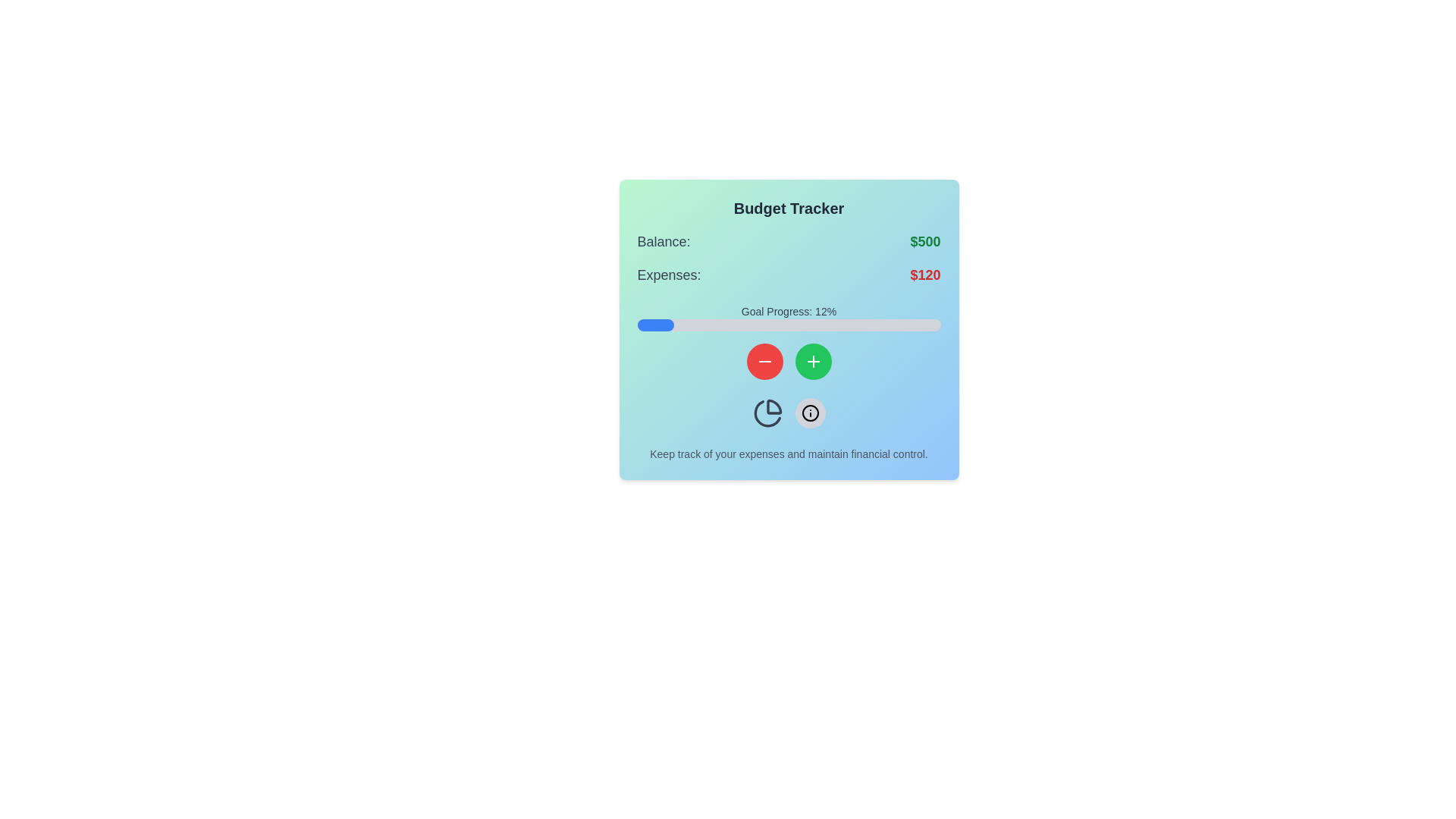  I want to click on the circular outline of the SVG-based information icon located towards the bottom-right area of the interface, so click(809, 413).